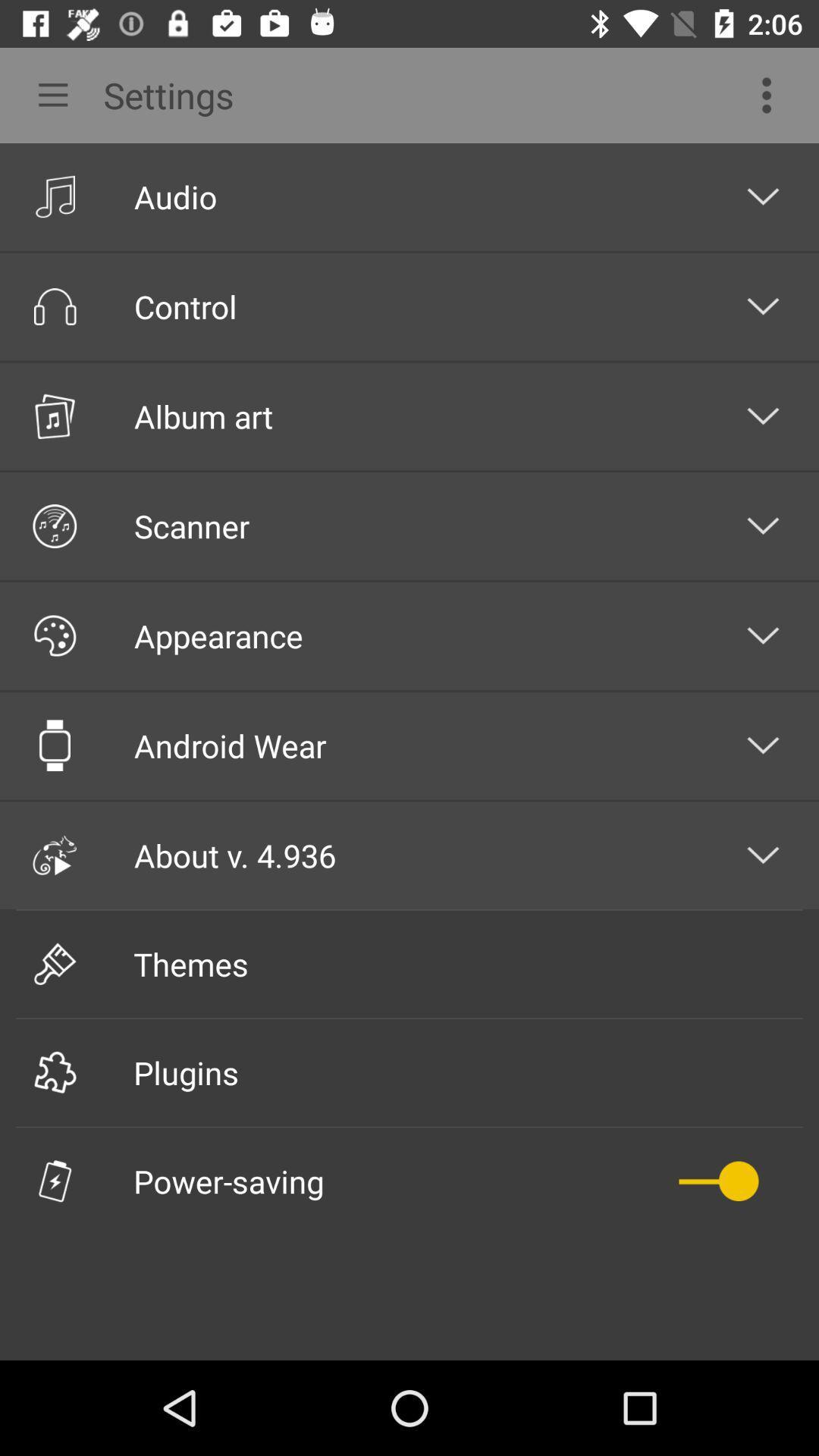  Describe the element at coordinates (771, 94) in the screenshot. I see `the icon to the right of settings` at that location.